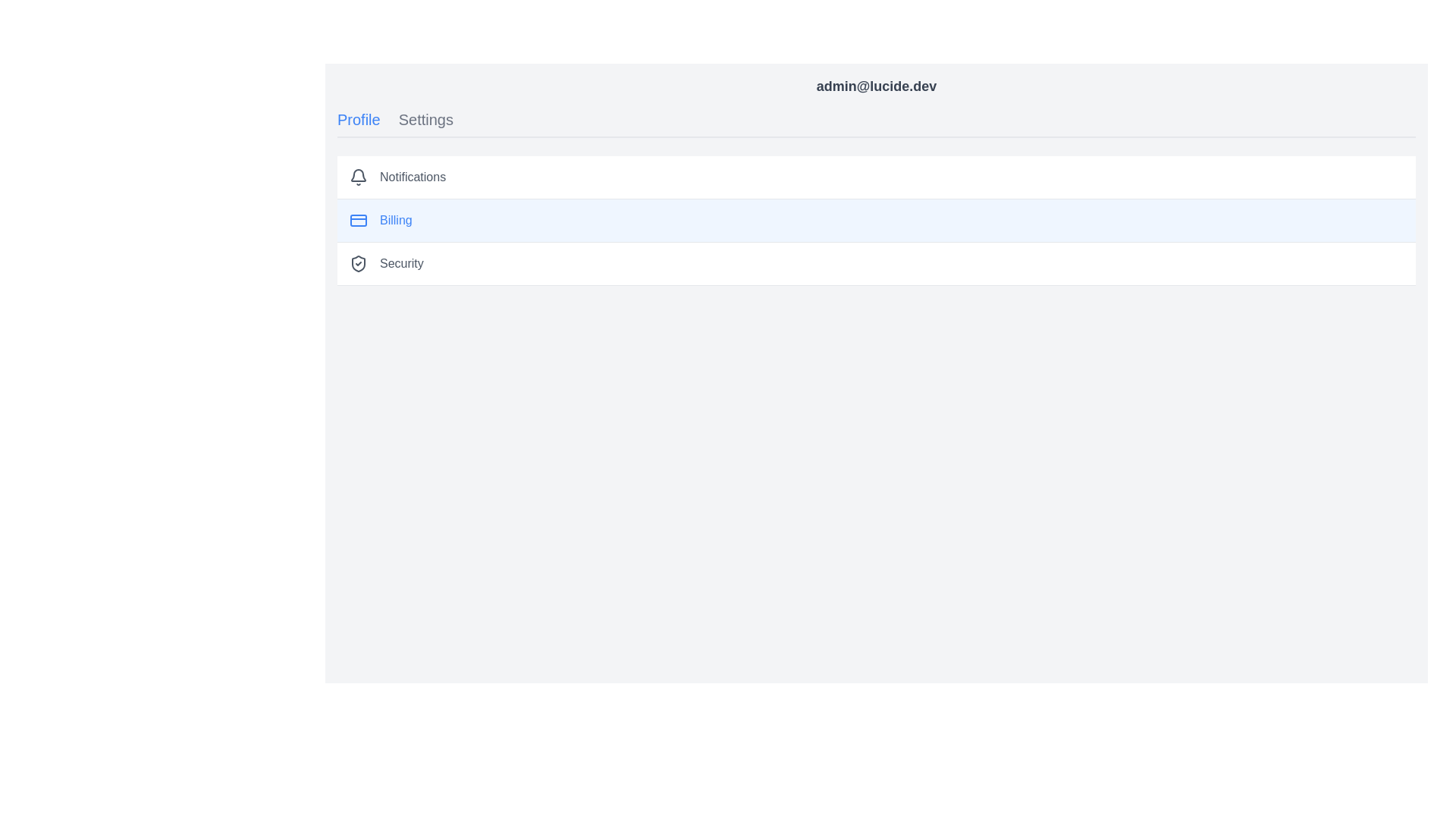 The width and height of the screenshot is (1456, 819). What do you see at coordinates (358, 174) in the screenshot?
I see `the bell icon representing the notifications section` at bounding box center [358, 174].